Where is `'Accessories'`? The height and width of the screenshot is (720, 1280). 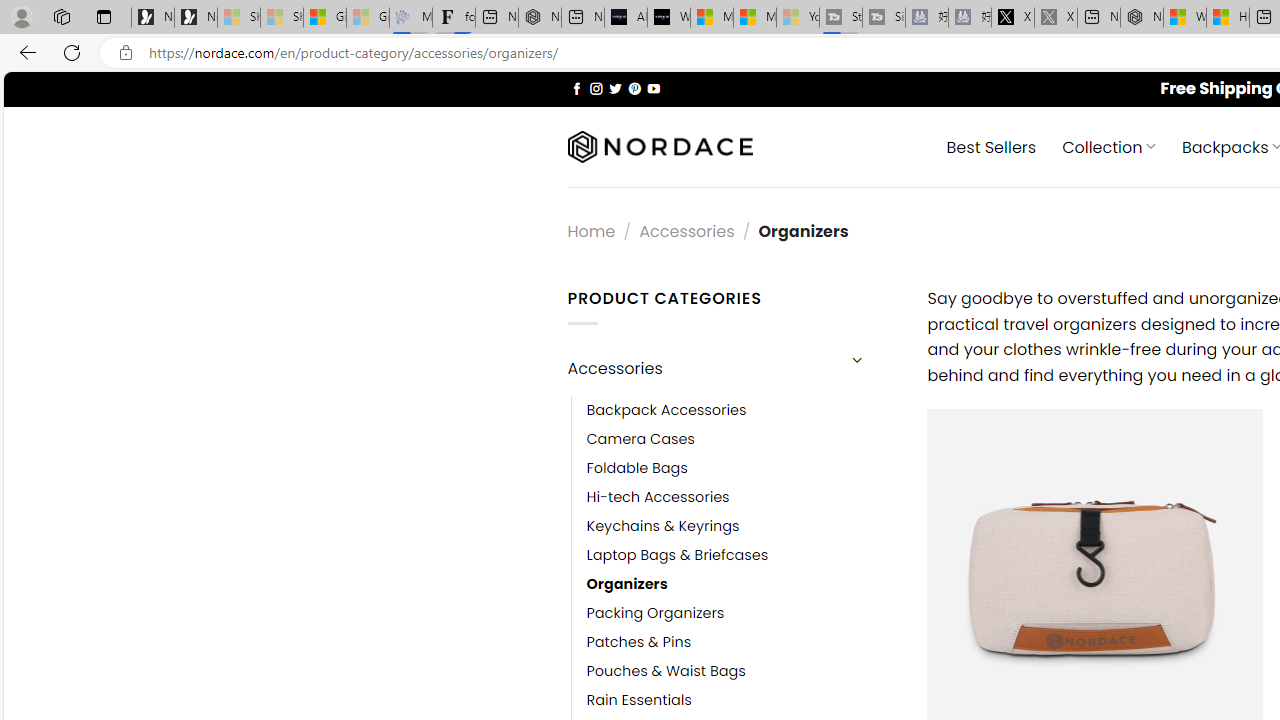 'Accessories' is located at coordinates (700, 368).